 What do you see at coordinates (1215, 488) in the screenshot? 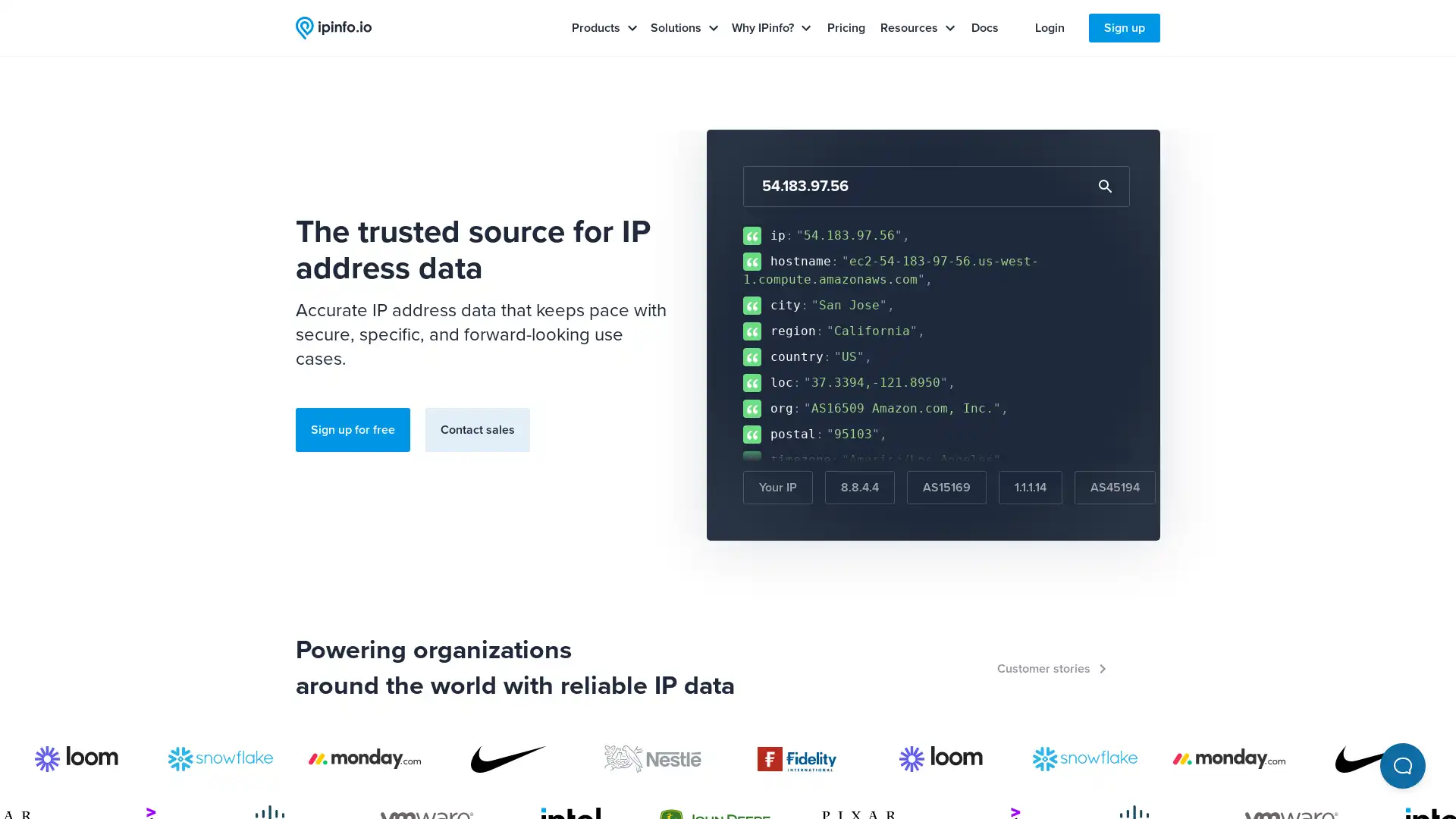
I see `68.87.41.40` at bounding box center [1215, 488].